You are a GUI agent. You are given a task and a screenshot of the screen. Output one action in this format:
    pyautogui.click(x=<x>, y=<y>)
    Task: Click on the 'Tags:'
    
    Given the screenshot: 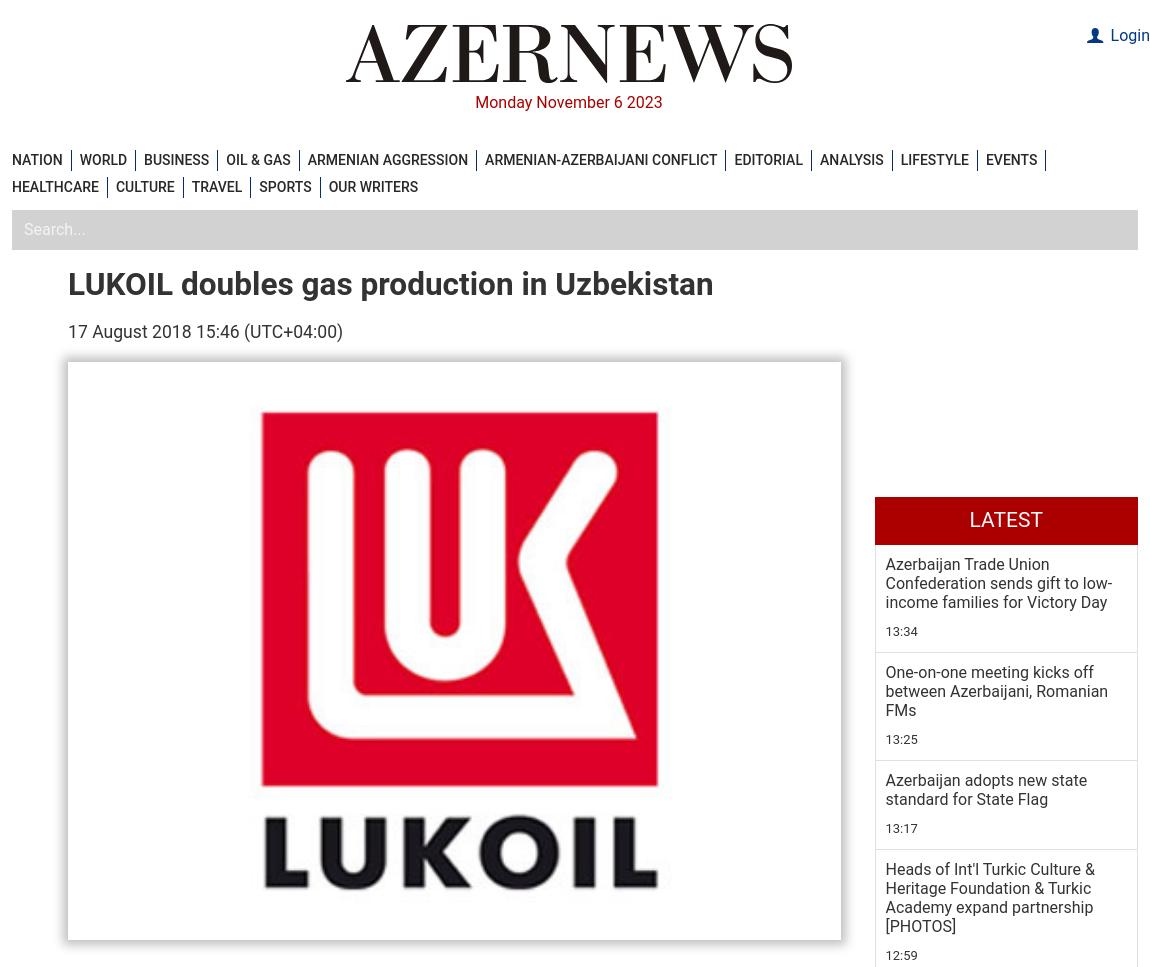 What is the action you would take?
    pyautogui.click(x=89, y=792)
    